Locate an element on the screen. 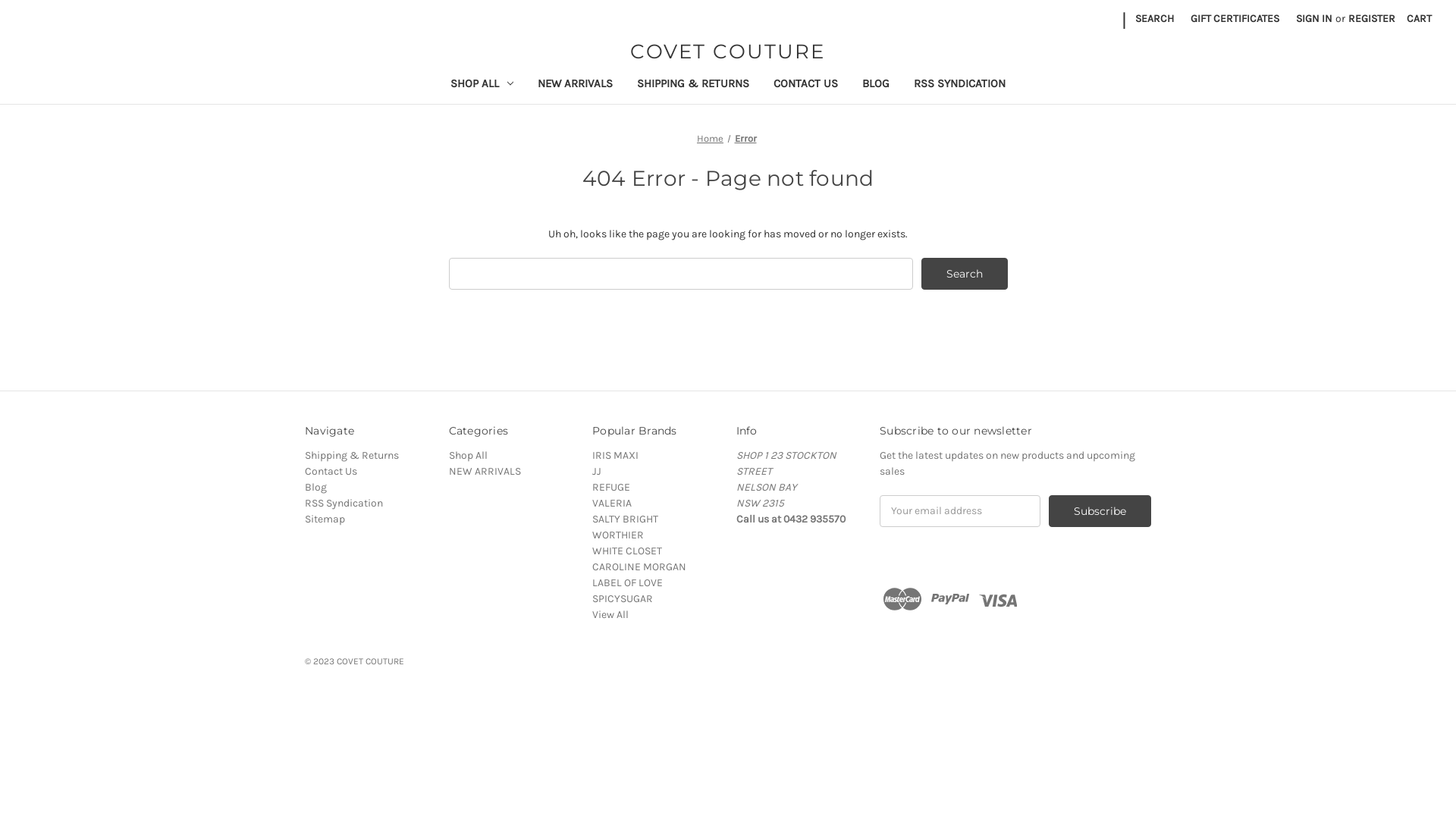 The image size is (1456, 819). 'REFUGE' is located at coordinates (611, 487).